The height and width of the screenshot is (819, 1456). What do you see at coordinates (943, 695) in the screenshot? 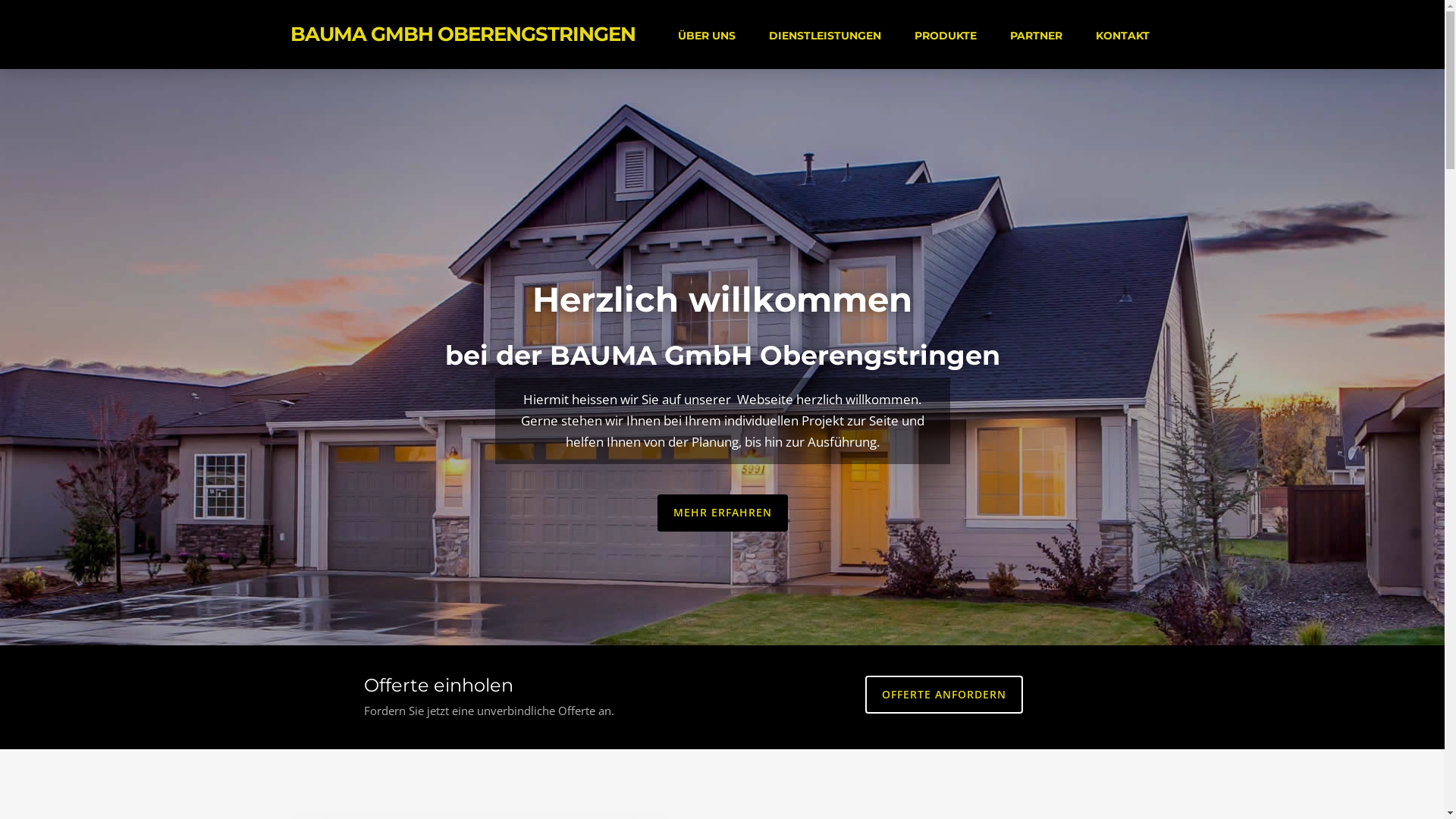
I see `'OFFERTE ANFORDERN'` at bounding box center [943, 695].